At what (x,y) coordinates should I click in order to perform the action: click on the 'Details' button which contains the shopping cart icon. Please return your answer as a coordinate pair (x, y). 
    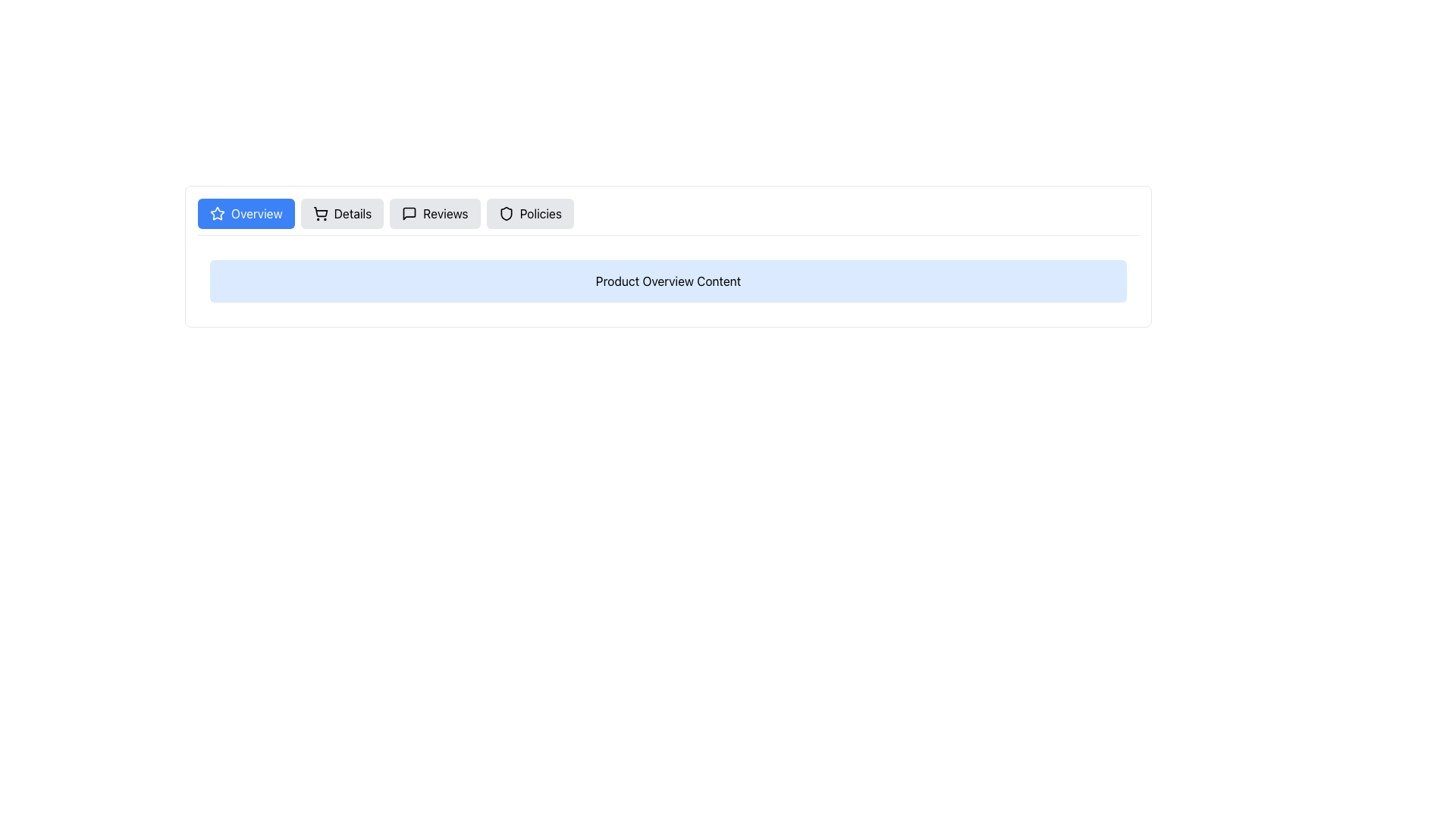
    Looking at the image, I should click on (319, 211).